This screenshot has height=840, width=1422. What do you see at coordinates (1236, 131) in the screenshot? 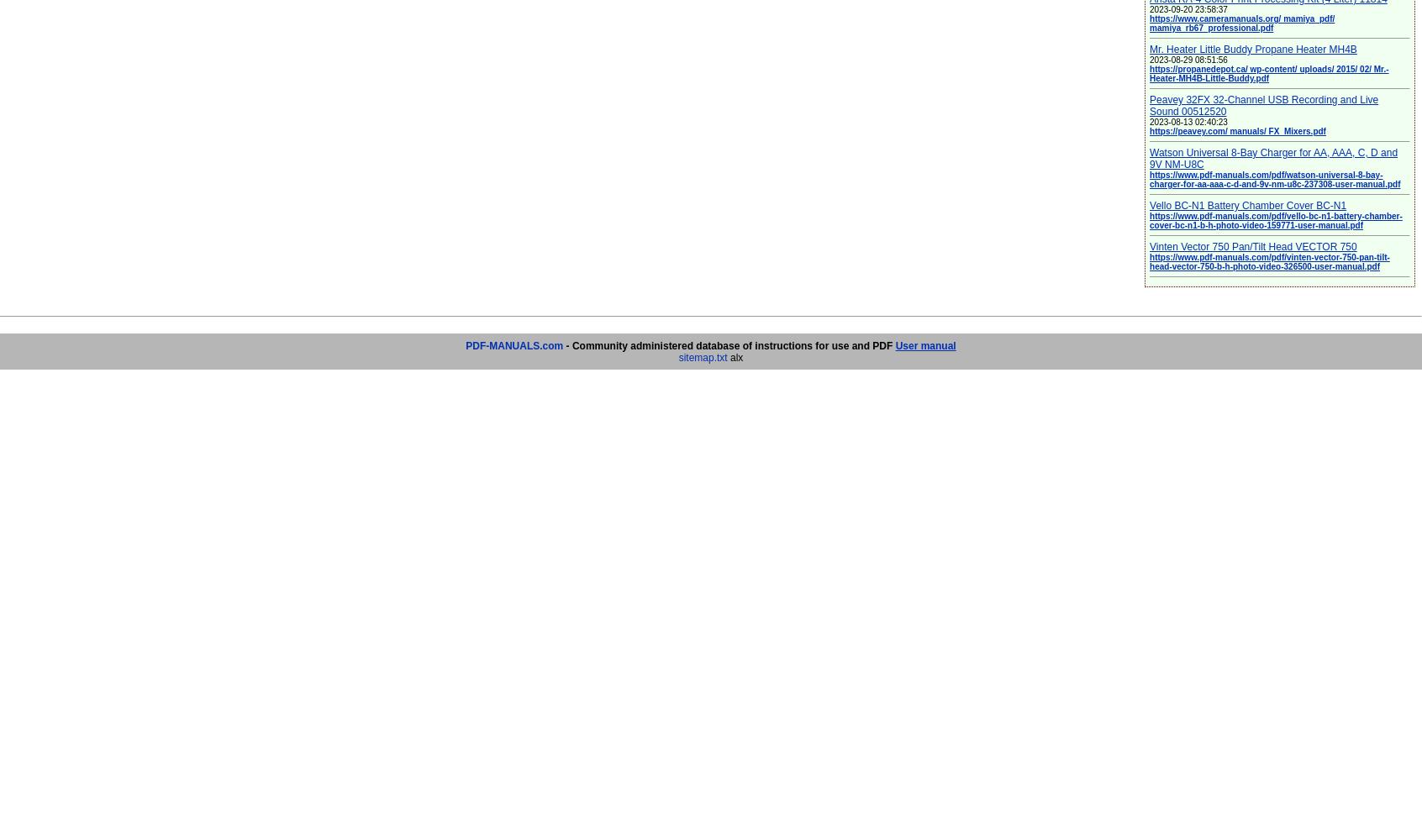
I see `'https://peavey.com/ manuals/ FX_Mixers.pdf'` at bounding box center [1236, 131].